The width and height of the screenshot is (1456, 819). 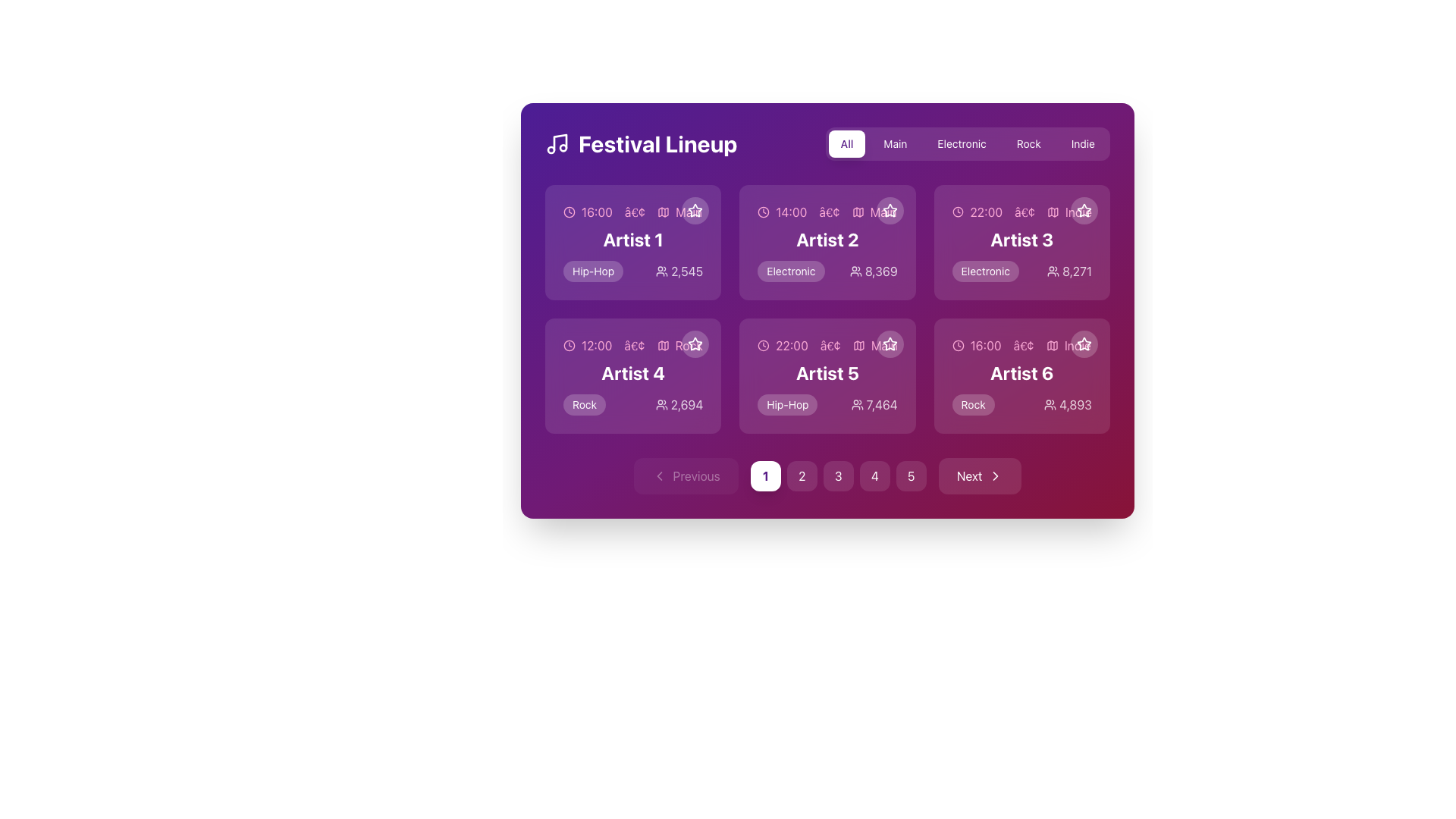 I want to click on the star-shaped icon outlined with a thin stroke located at the top-right corner of the card labeled 'Artist 6' in the bottom-right corner of the grid display, so click(x=1084, y=344).